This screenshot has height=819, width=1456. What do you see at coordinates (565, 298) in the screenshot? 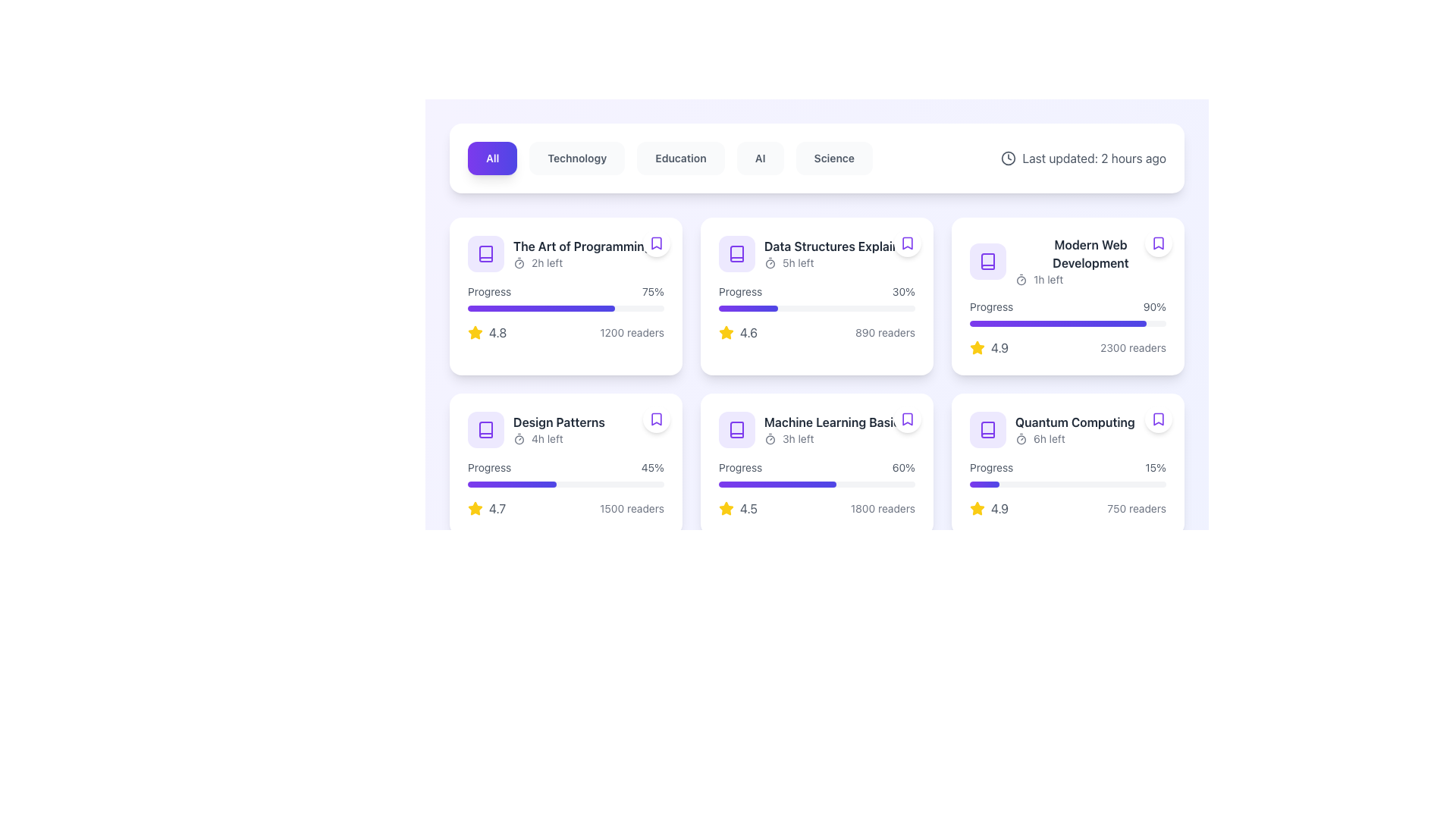
I see `progress value from the horizontal progress indicator displaying '75%' to the right of the label 'Progress', which is located beneath 'The Art of Programming' and '2h left'` at bounding box center [565, 298].